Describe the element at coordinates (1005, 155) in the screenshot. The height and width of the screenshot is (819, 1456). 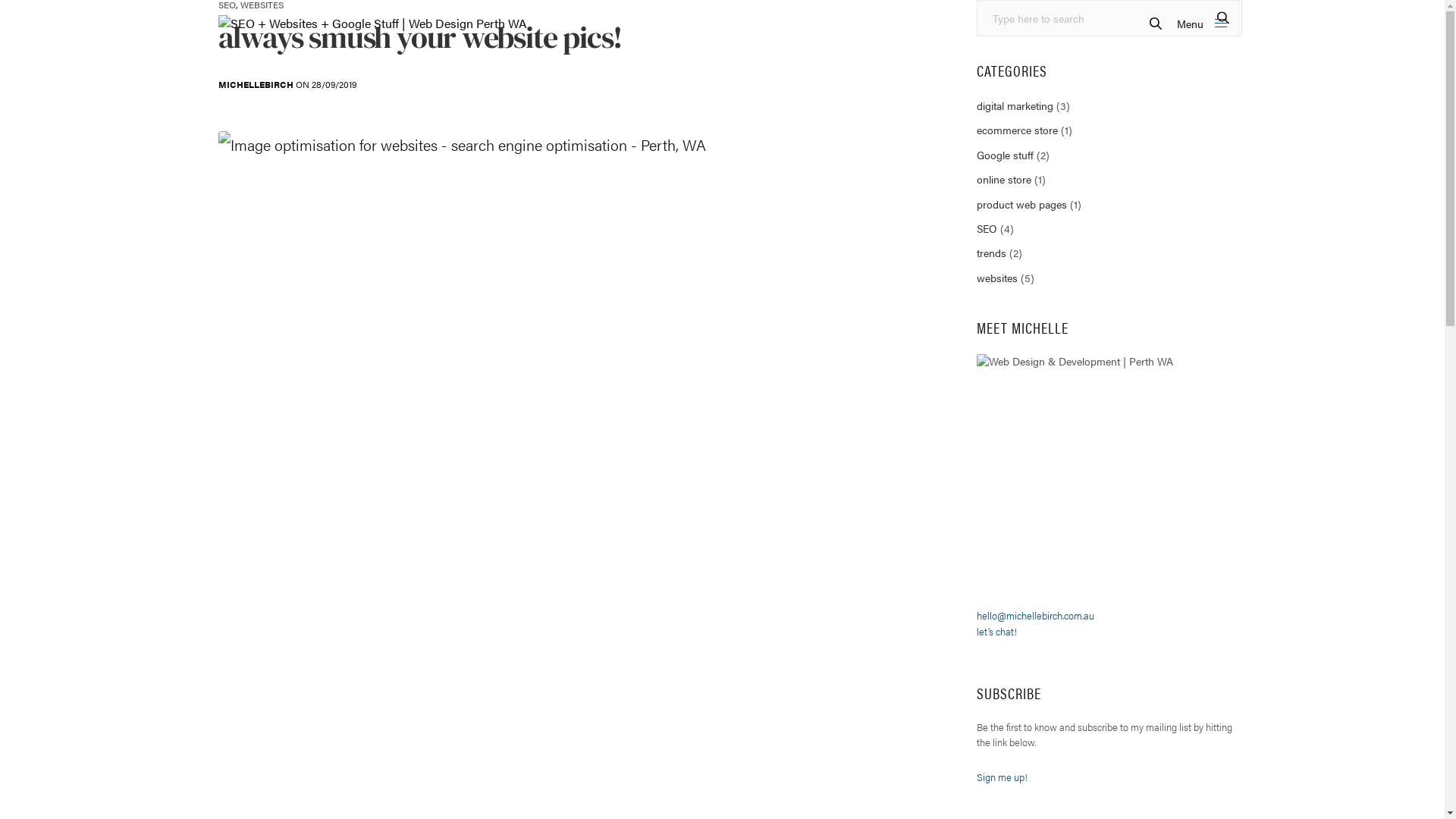
I see `'Google stuff'` at that location.